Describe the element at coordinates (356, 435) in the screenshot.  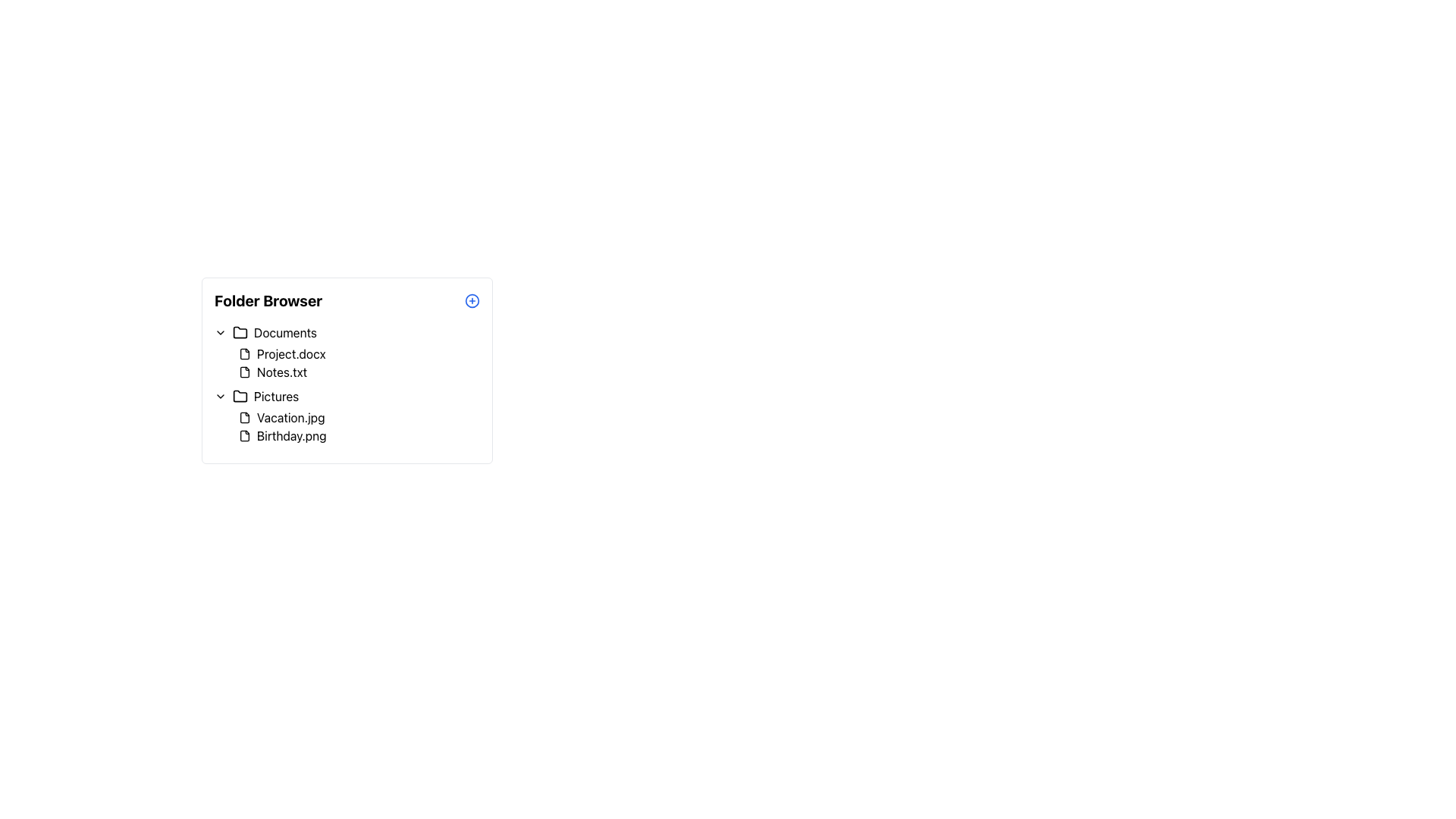
I see `the file representation element labeled 'Birthday.png'` at that location.